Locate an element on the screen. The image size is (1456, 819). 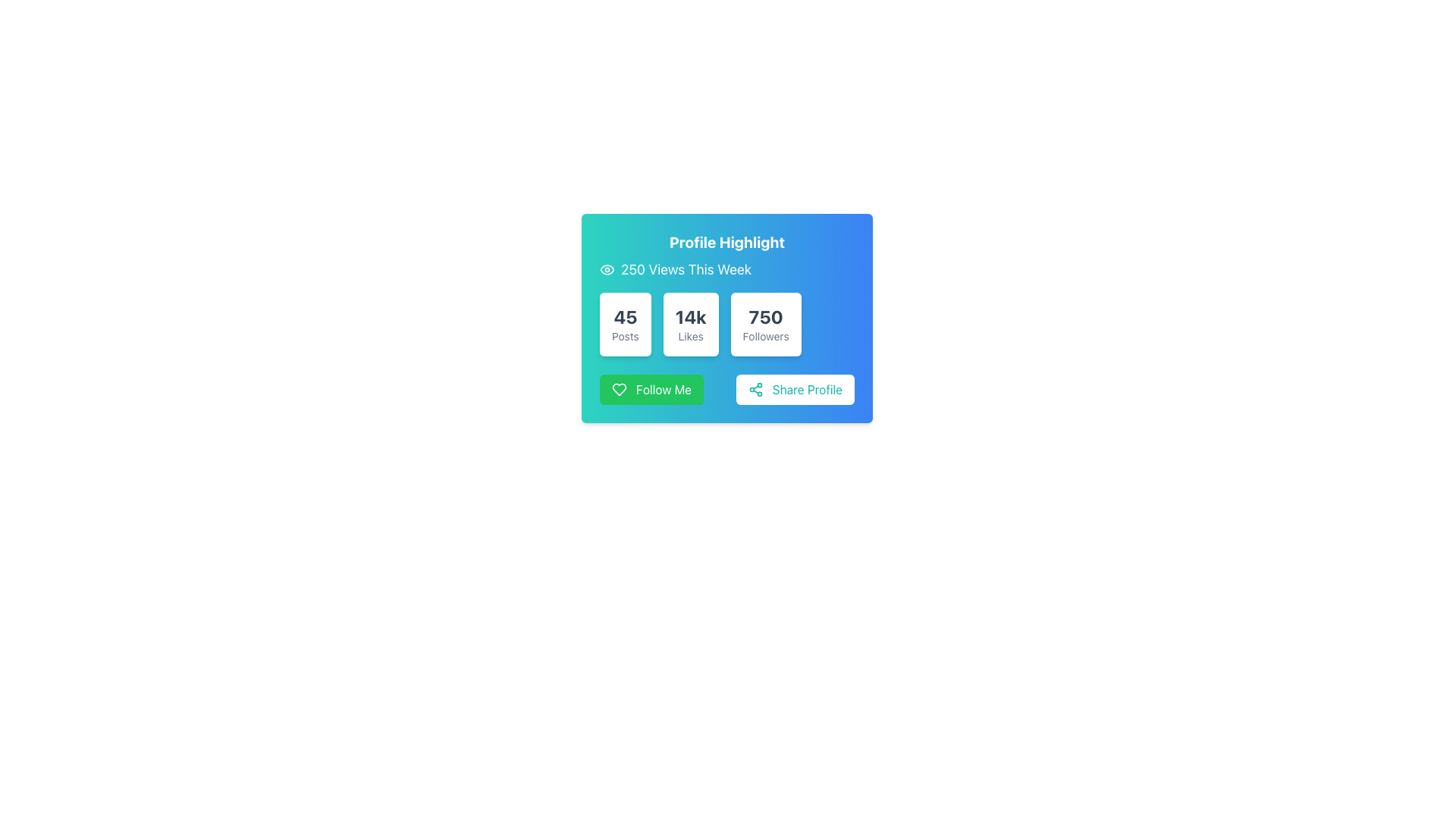
the Text Label with Icon that displays the number of views the profile received in the current week, located within the 'Profile Highlight' card, below the title and above the statistics blocks is located at coordinates (726, 268).